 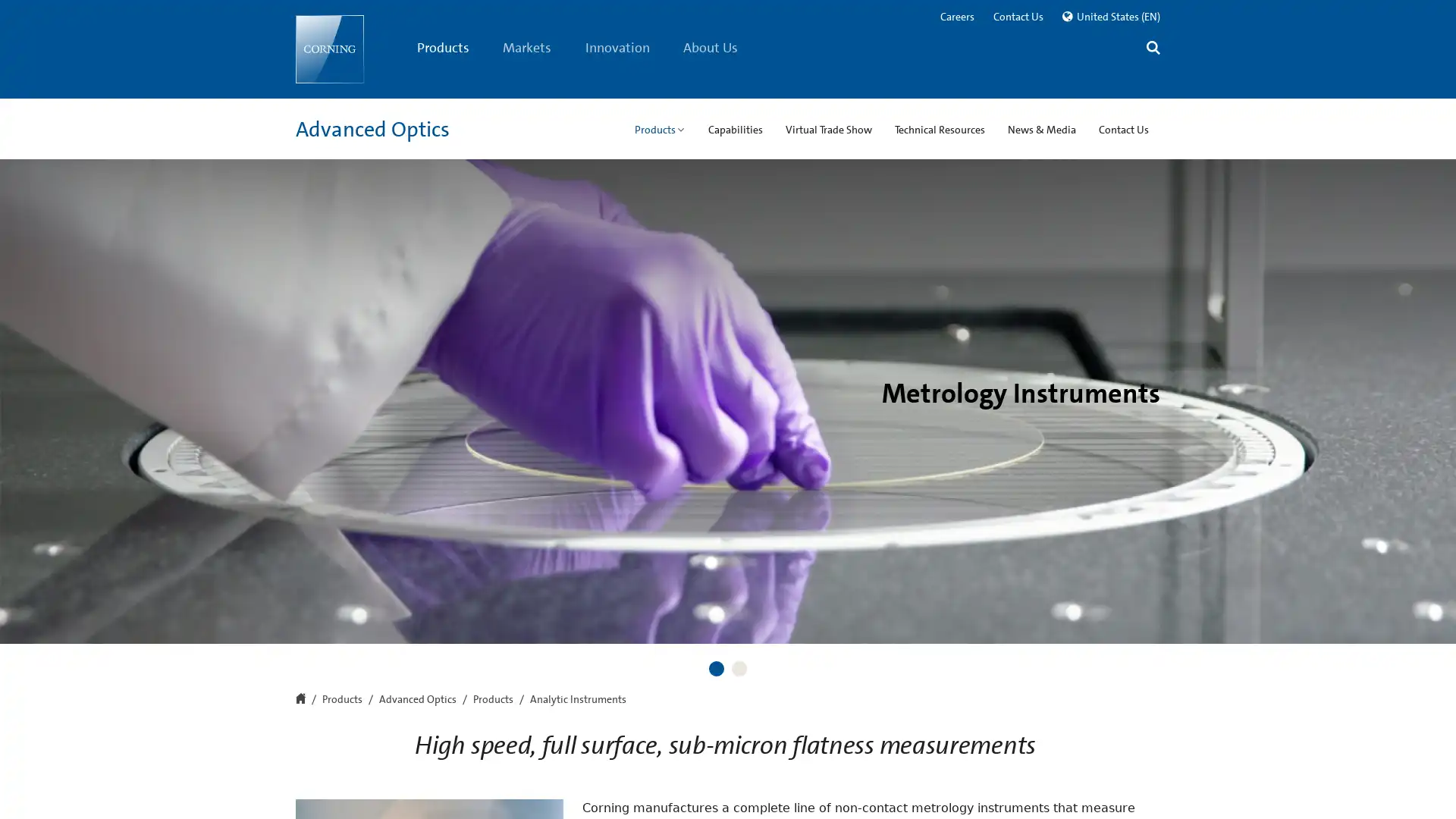 I want to click on 1, so click(x=716, y=668).